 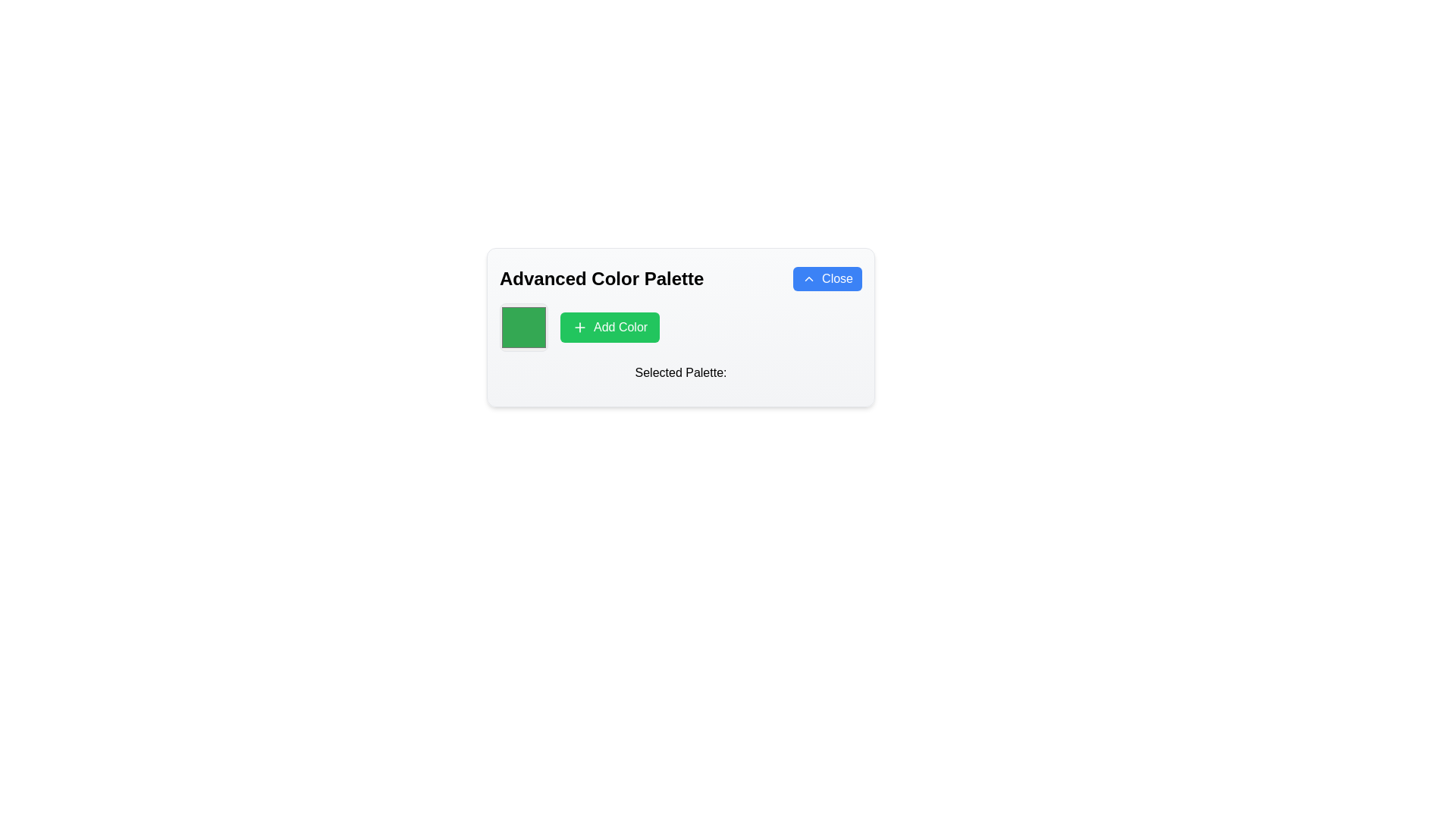 I want to click on the upward-pointing chevron icon inside the blue 'Close' button located at the top-right corner of the main panel, so click(x=808, y=278).